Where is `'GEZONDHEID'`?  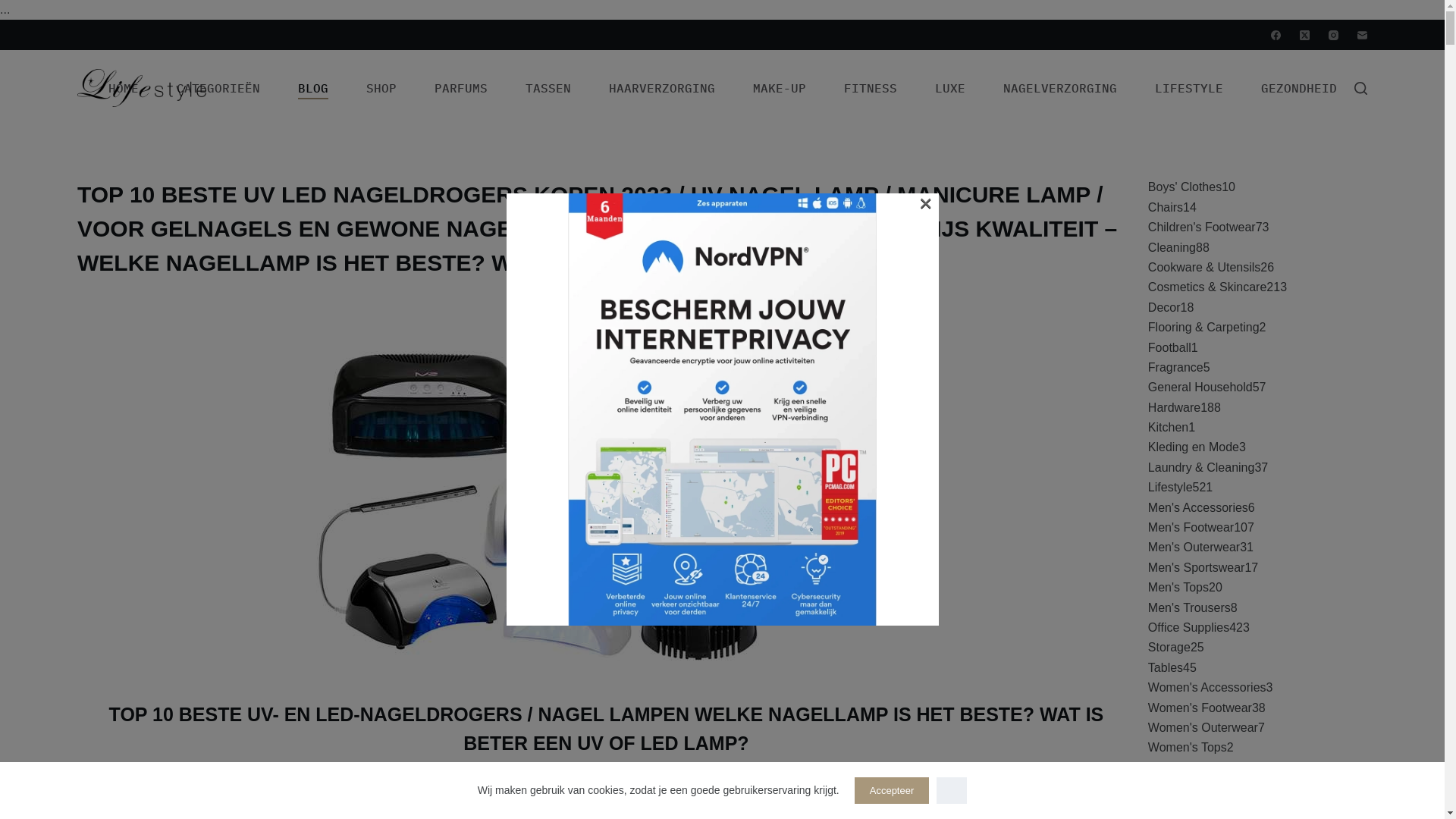
'GEZONDHEID' is located at coordinates (1298, 87).